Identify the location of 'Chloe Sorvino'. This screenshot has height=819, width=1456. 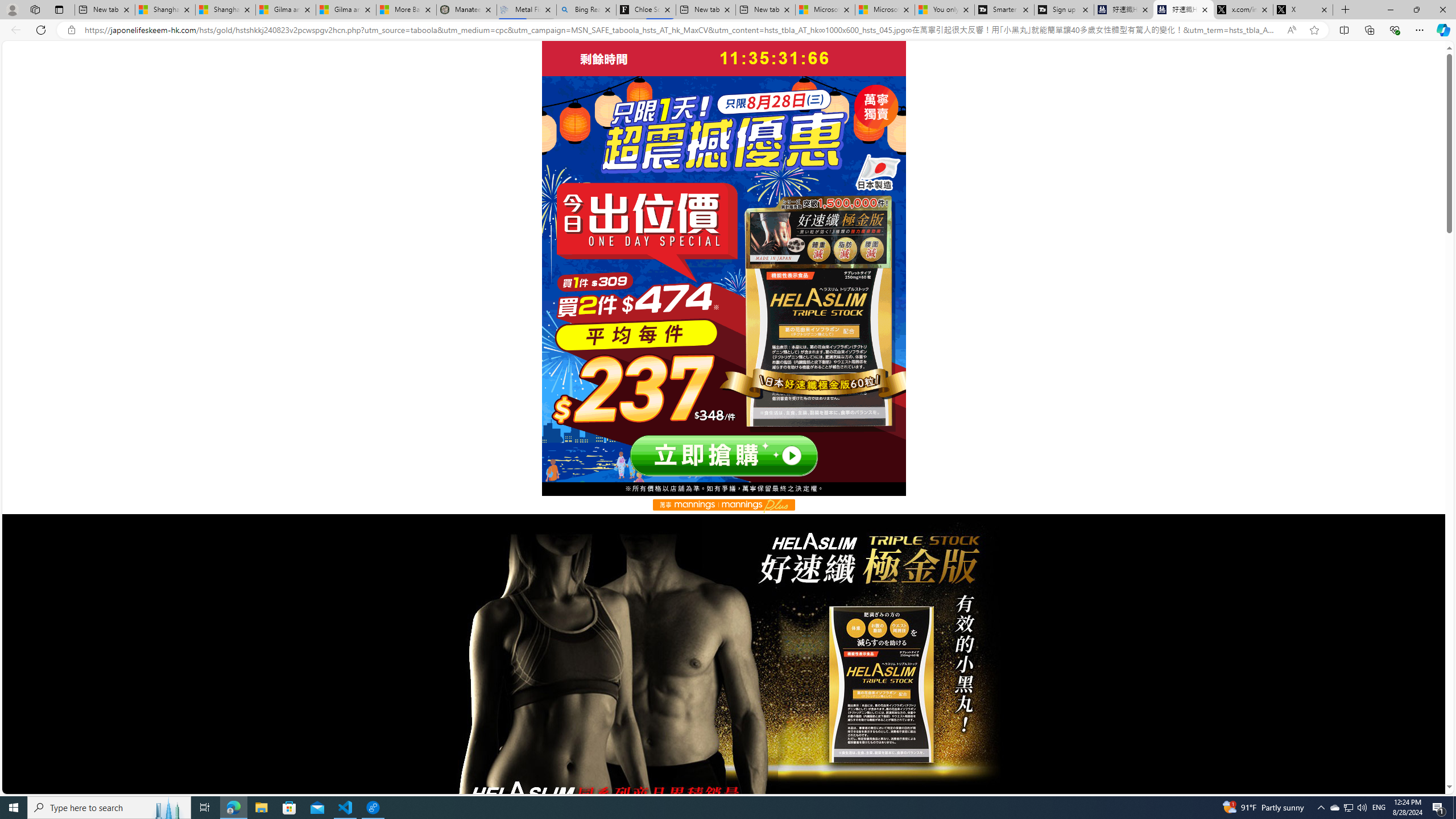
(646, 9).